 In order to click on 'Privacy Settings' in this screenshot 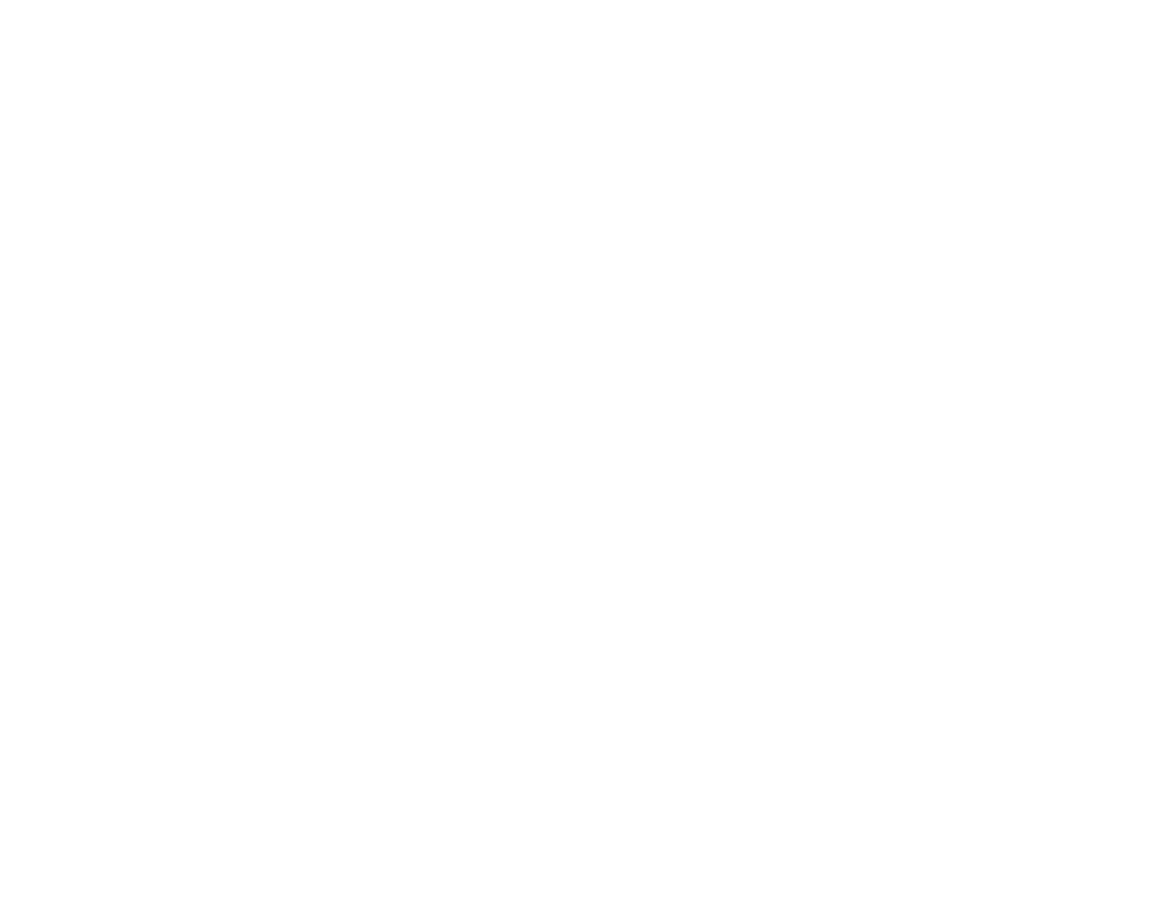, I will do `click(888, 736)`.